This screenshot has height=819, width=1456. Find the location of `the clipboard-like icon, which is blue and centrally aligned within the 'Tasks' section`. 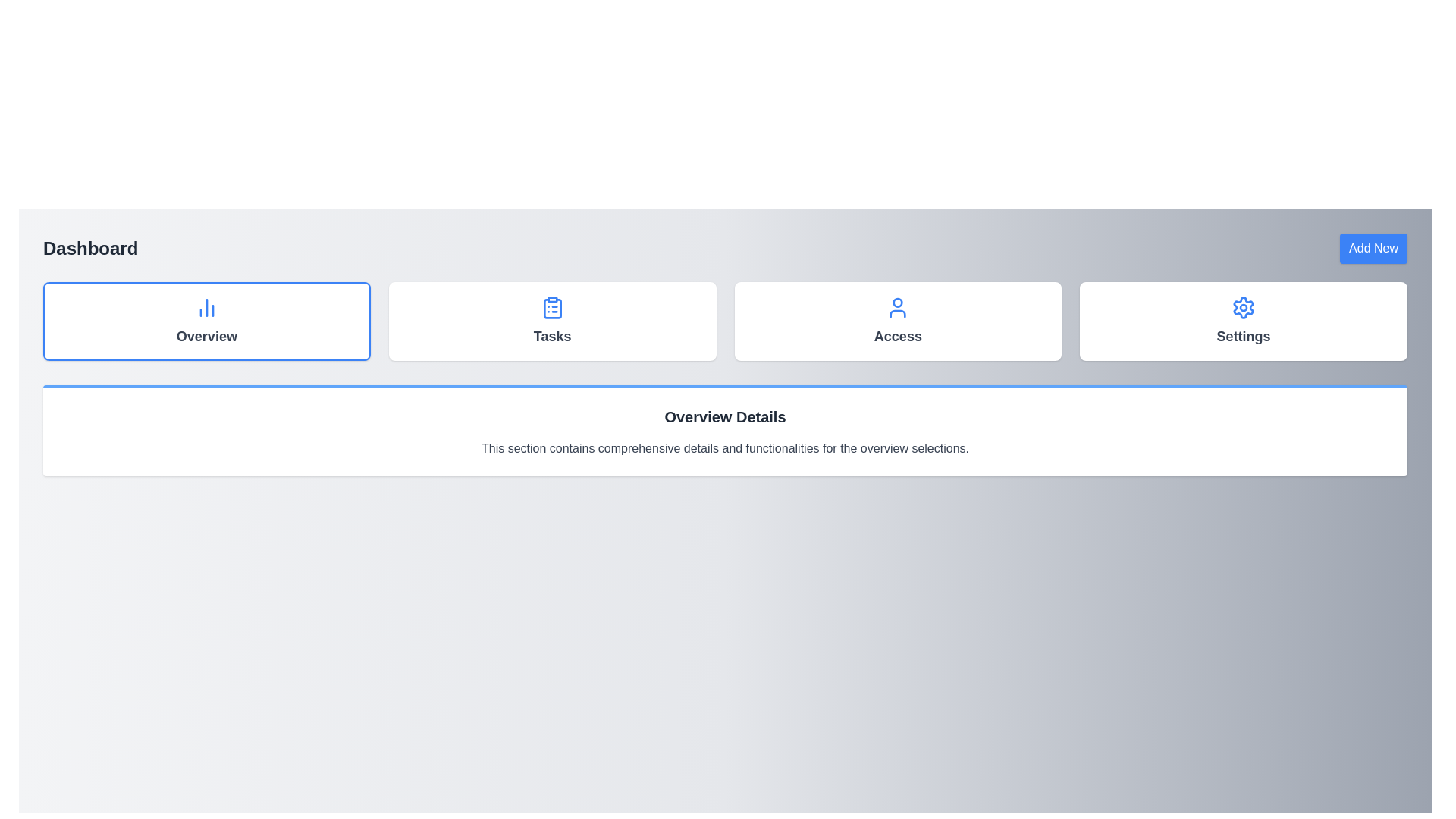

the clipboard-like icon, which is blue and centrally aligned within the 'Tasks' section is located at coordinates (551, 307).